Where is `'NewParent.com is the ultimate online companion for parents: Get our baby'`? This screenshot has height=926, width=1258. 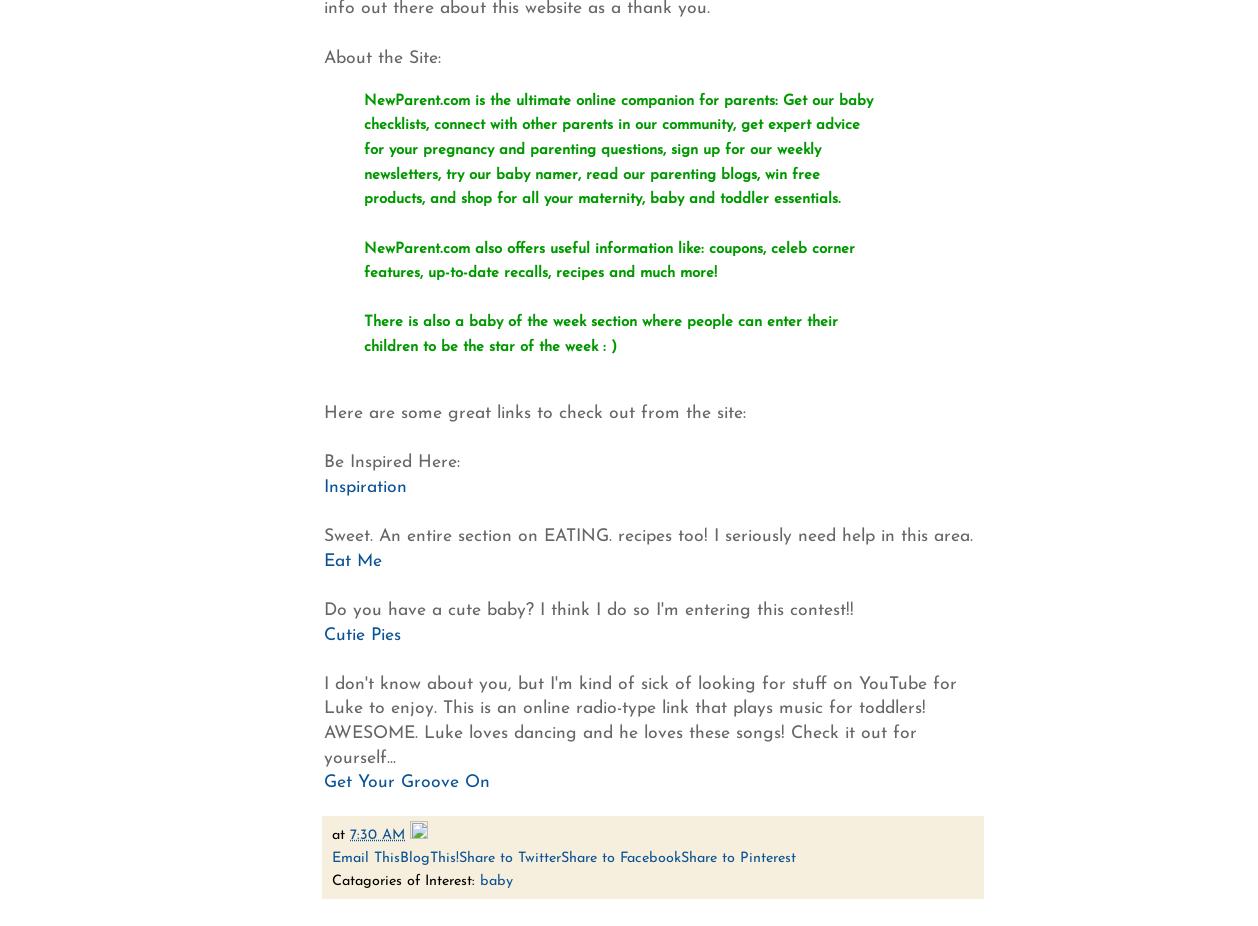
'NewParent.com is the ultimate online companion for parents: Get our baby' is located at coordinates (617, 99).